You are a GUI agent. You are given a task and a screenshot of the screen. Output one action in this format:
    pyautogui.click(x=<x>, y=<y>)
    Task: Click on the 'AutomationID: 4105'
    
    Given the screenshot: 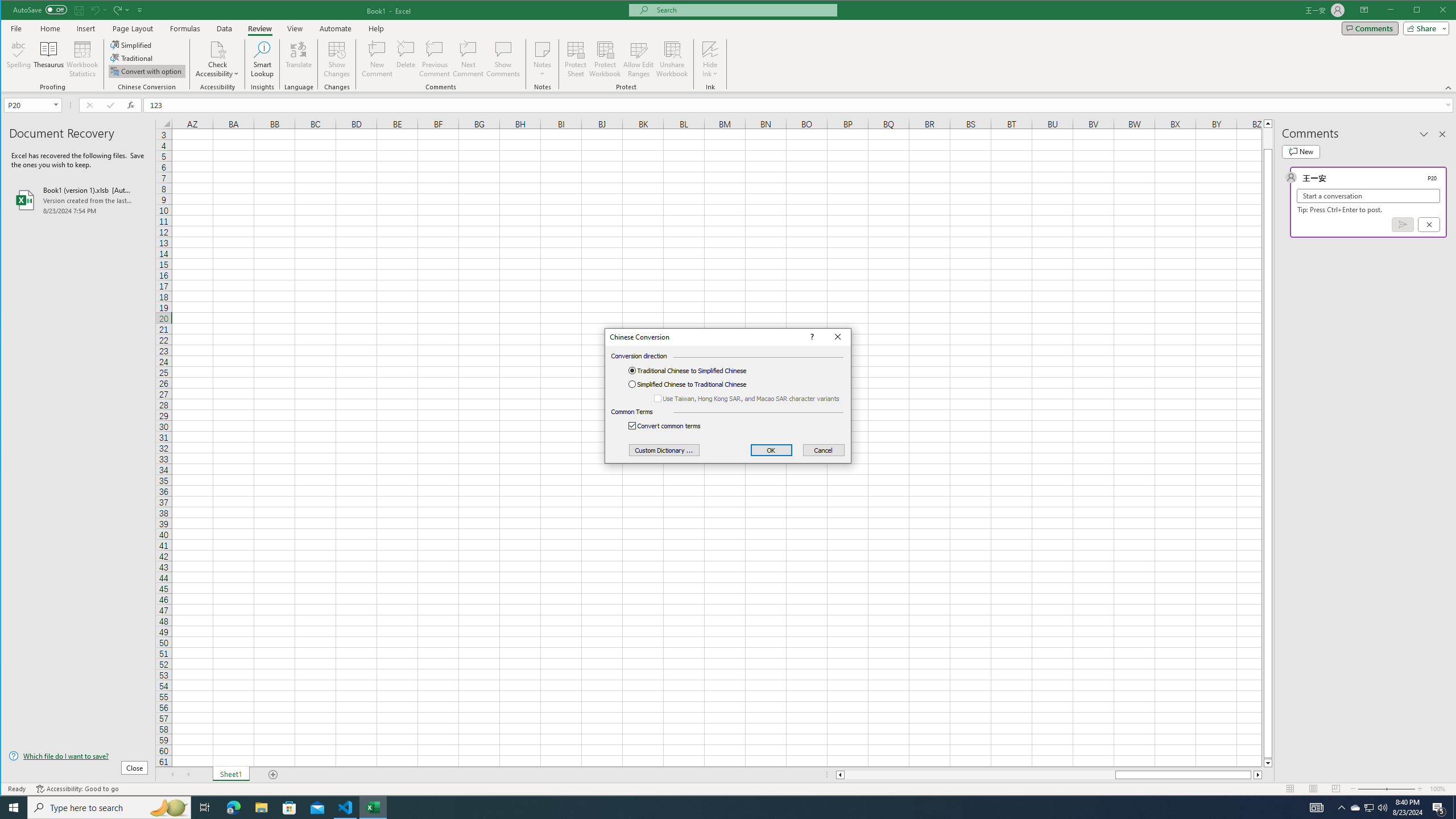 What is the action you would take?
    pyautogui.click(x=1317, y=806)
    